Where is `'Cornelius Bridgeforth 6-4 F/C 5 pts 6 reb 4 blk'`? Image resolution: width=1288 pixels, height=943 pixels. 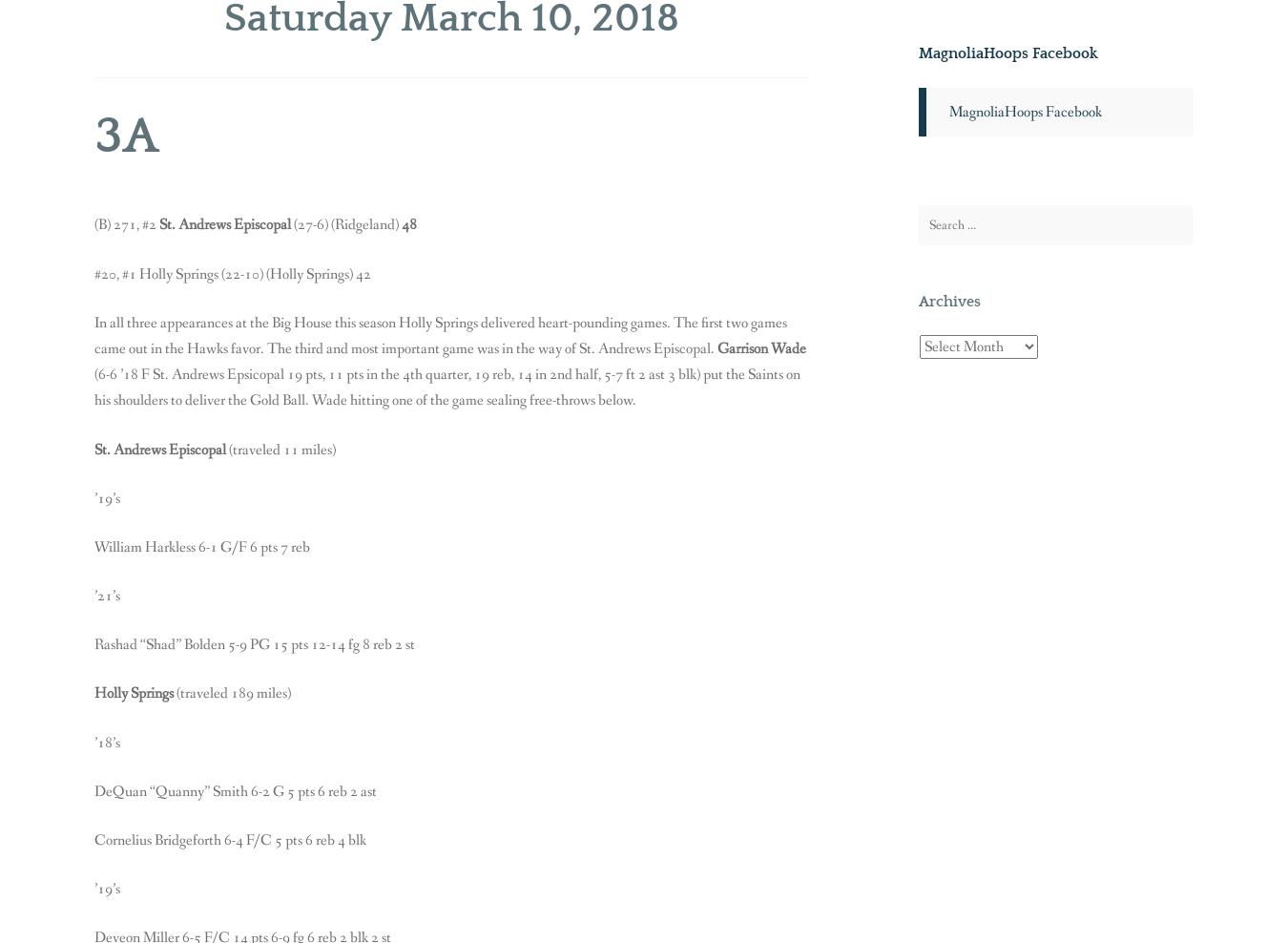
'Cornelius Bridgeforth 6-4 F/C 5 pts 6 reb 4 blk' is located at coordinates (229, 839).